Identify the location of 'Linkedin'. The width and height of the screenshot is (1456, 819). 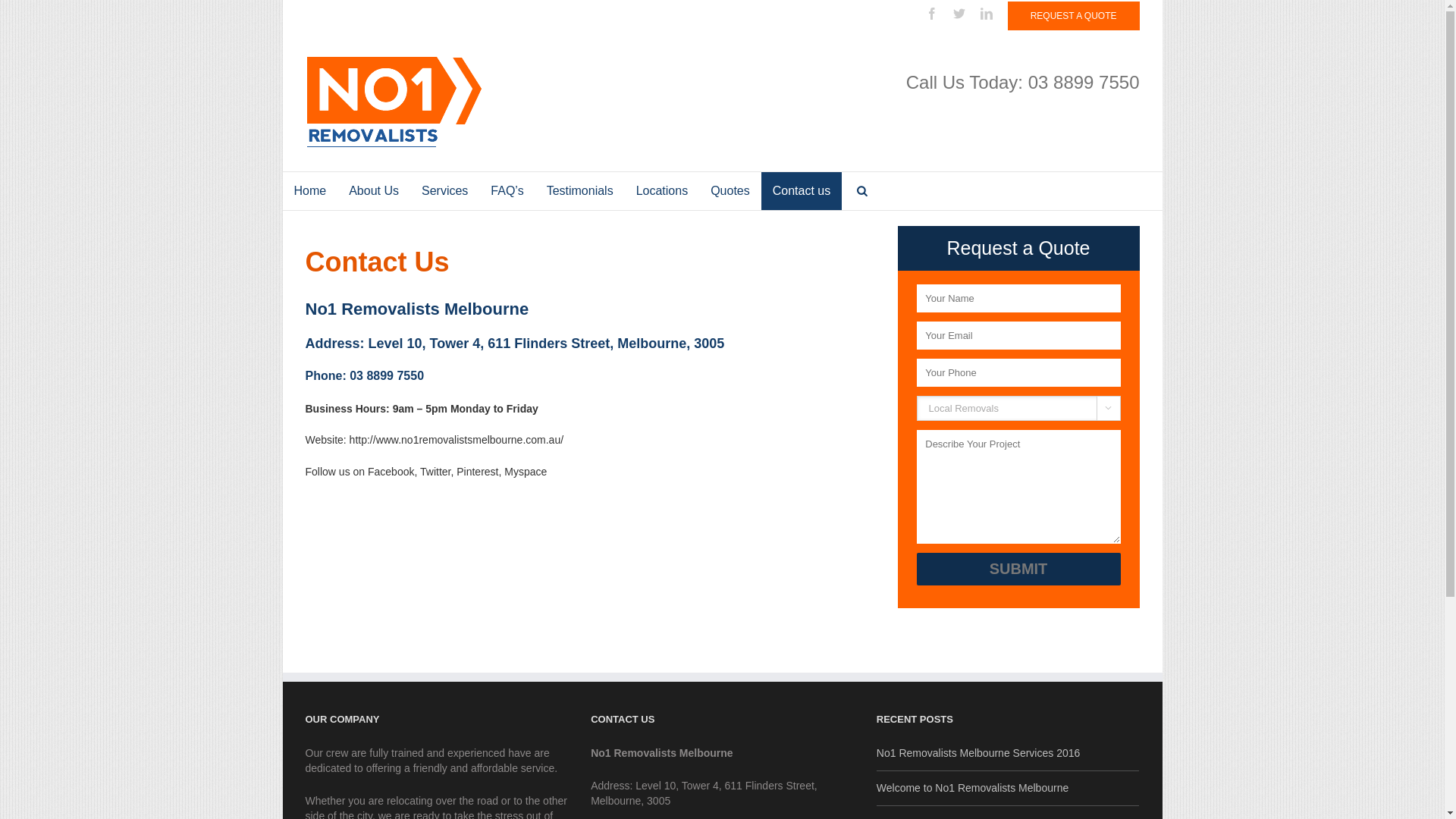
(980, 14).